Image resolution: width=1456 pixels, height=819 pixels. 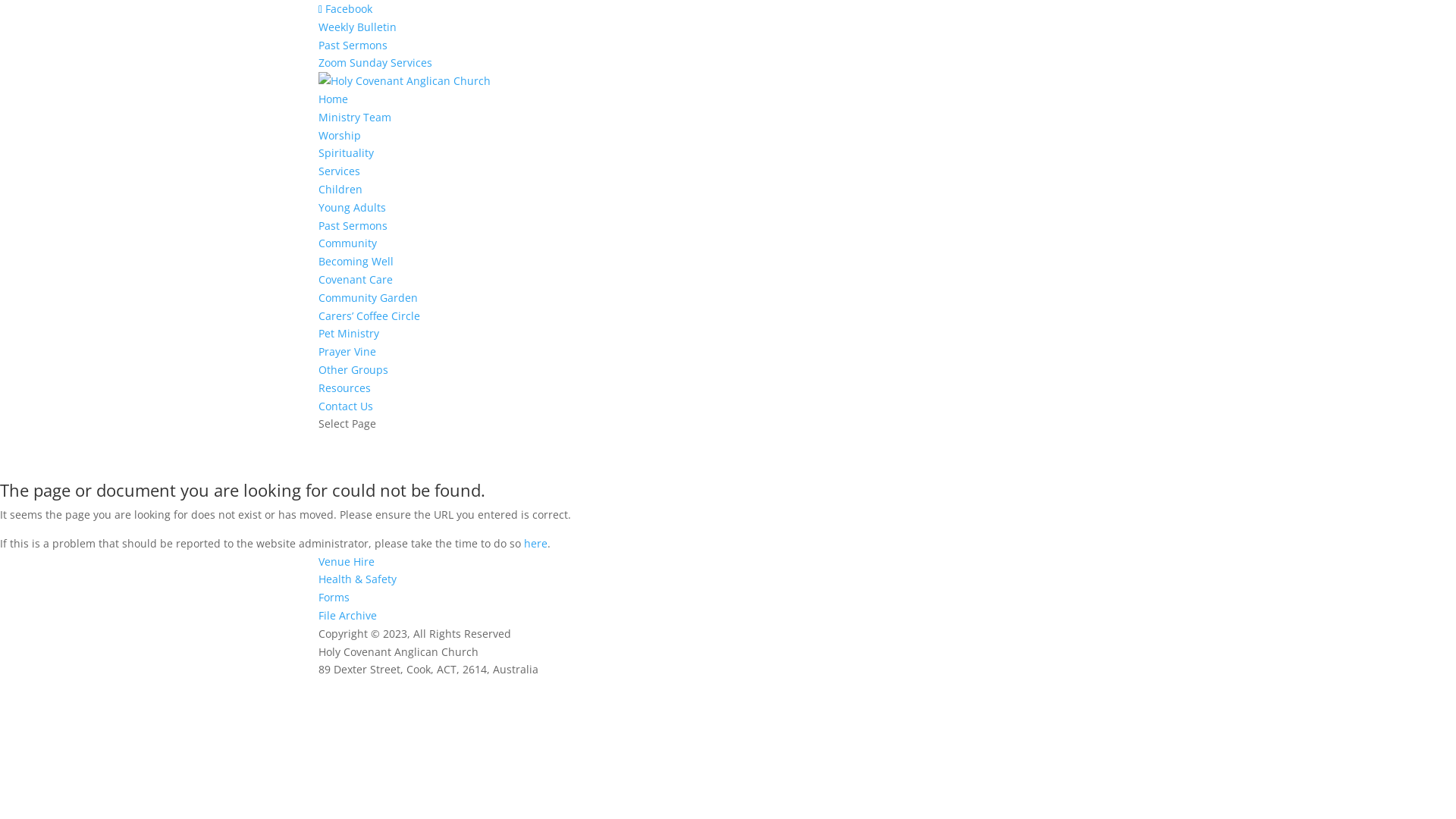 What do you see at coordinates (318, 134) in the screenshot?
I see `'Worship'` at bounding box center [318, 134].